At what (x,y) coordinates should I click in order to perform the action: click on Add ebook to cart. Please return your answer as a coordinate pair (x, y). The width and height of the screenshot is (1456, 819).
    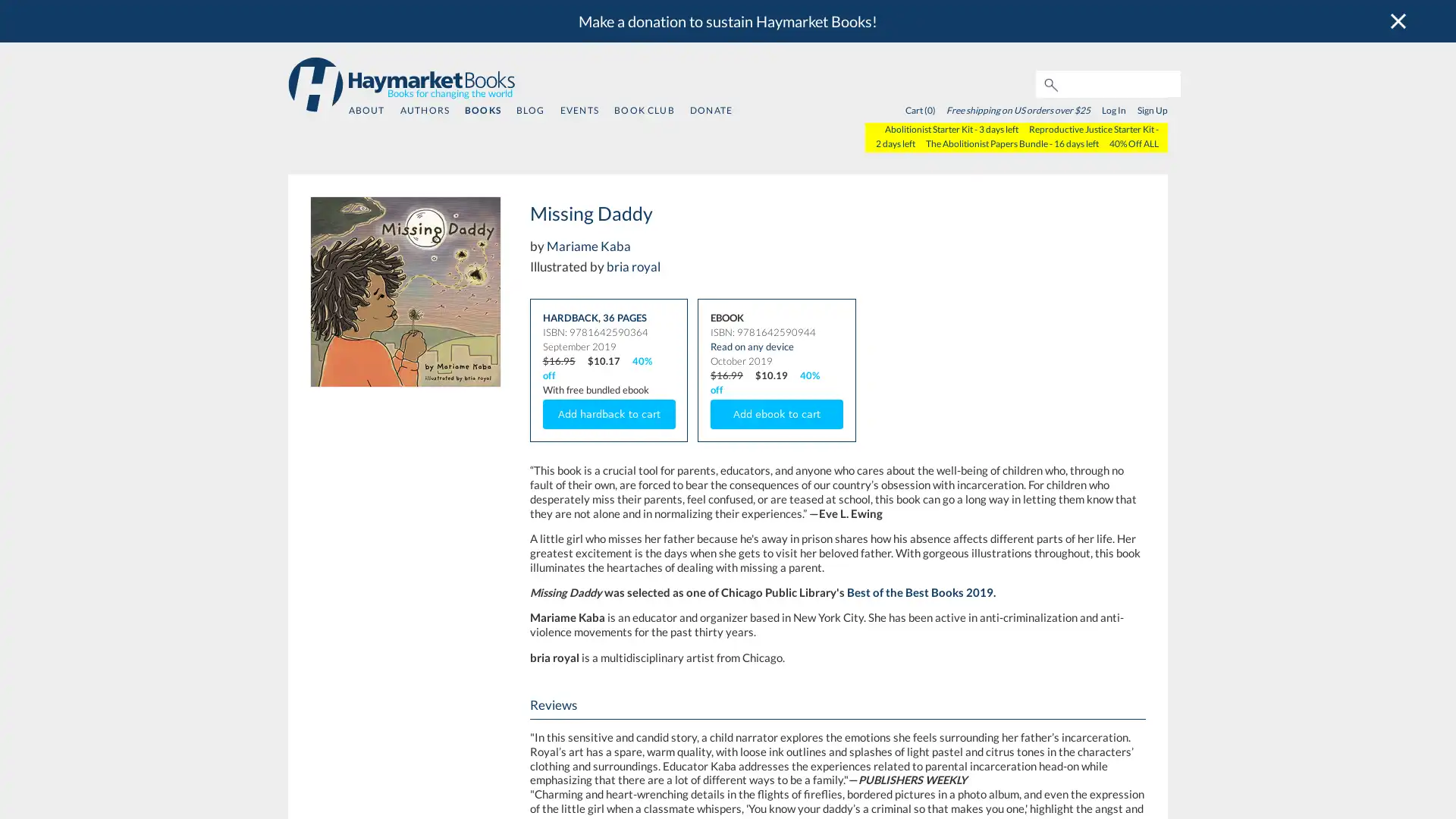
    Looking at the image, I should click on (777, 414).